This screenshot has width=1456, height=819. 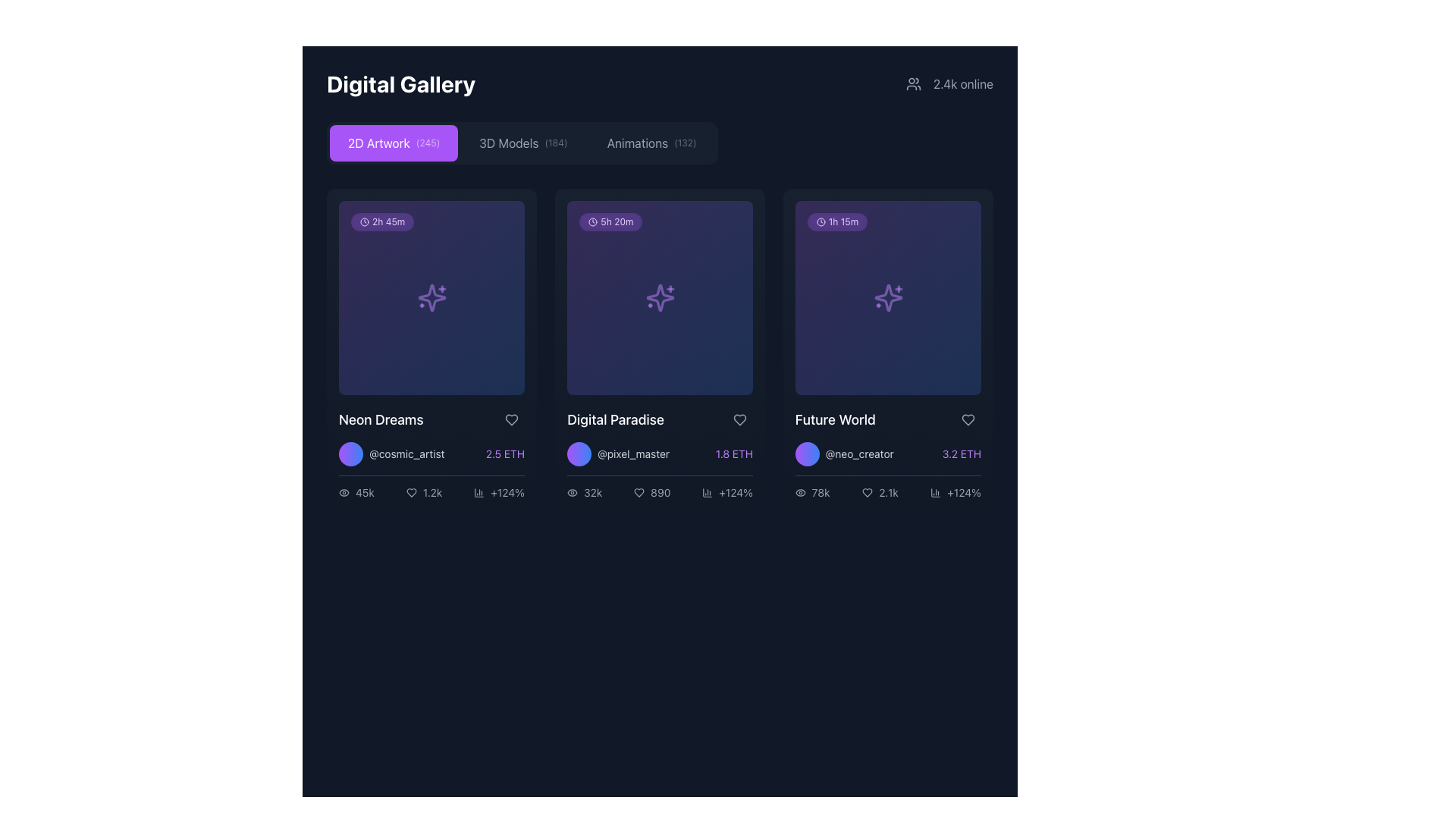 What do you see at coordinates (739, 420) in the screenshot?
I see `the heart-shaped icon to favorite the item 'Digital Paradise', located next to the '1.8 ETH' price label in the third card of the gallery` at bounding box center [739, 420].